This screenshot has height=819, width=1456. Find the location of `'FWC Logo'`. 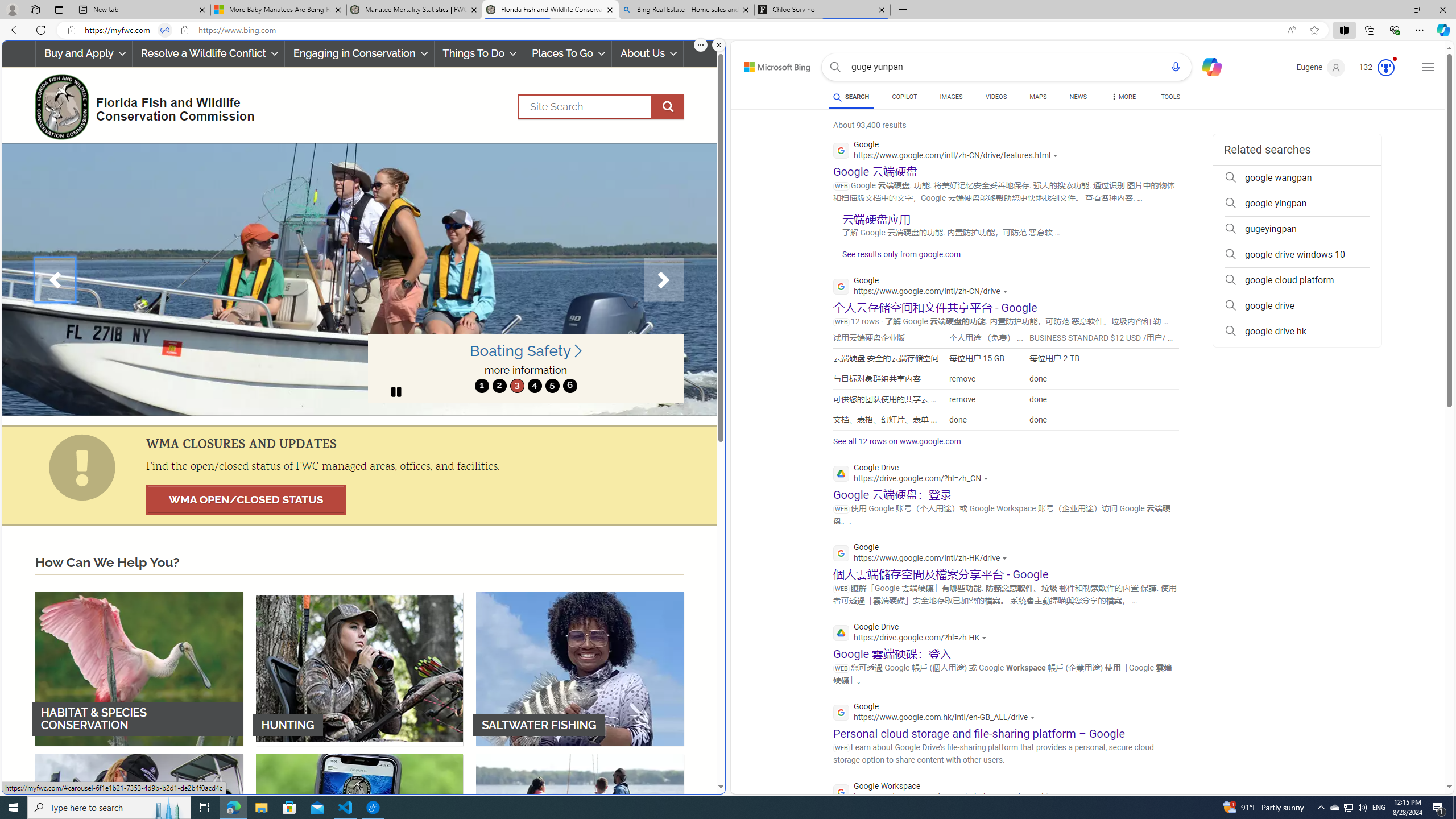

'FWC Logo' is located at coordinates (61, 106).